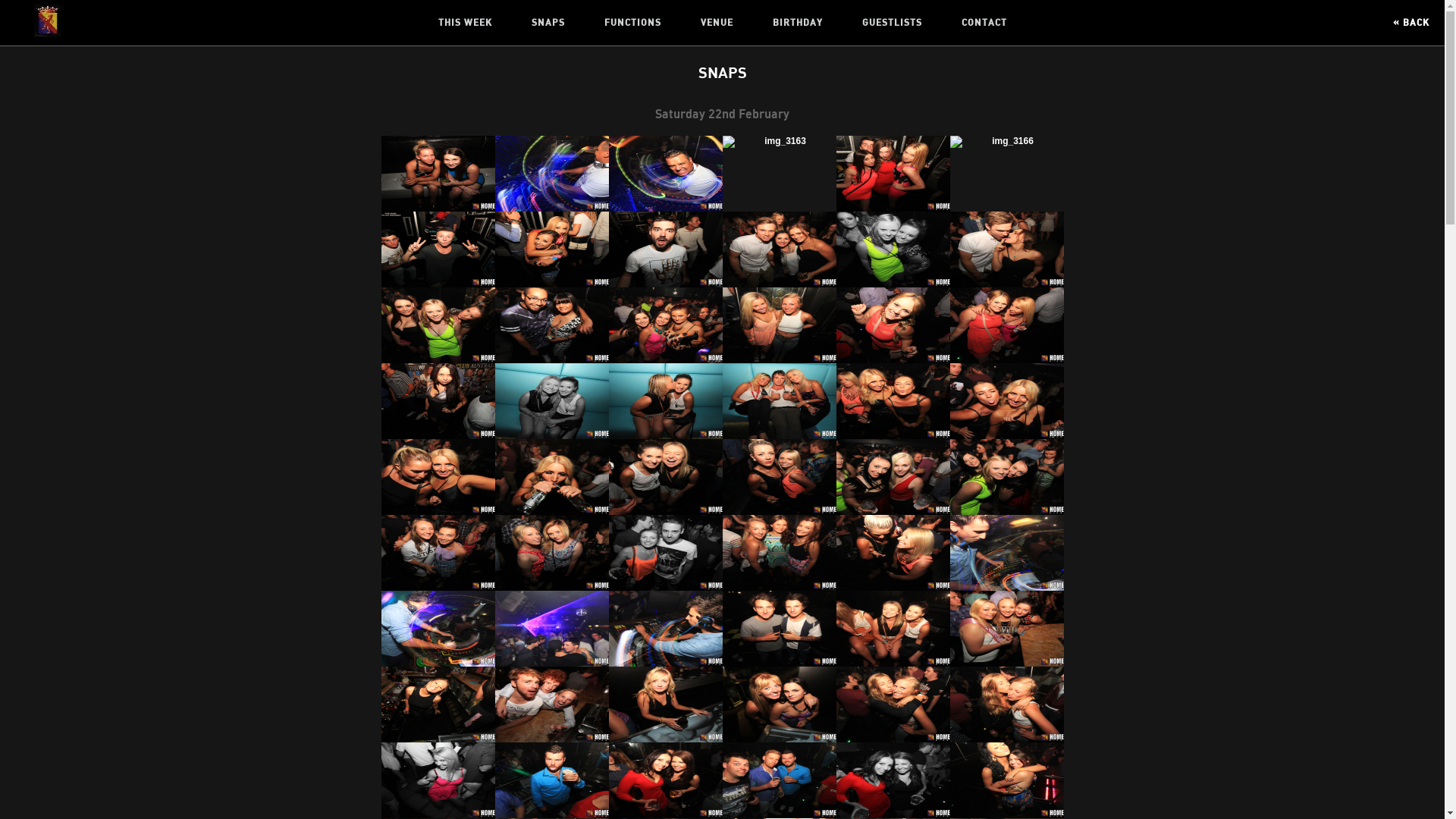 This screenshot has width=1456, height=819. What do you see at coordinates (665, 172) in the screenshot?
I see `' '` at bounding box center [665, 172].